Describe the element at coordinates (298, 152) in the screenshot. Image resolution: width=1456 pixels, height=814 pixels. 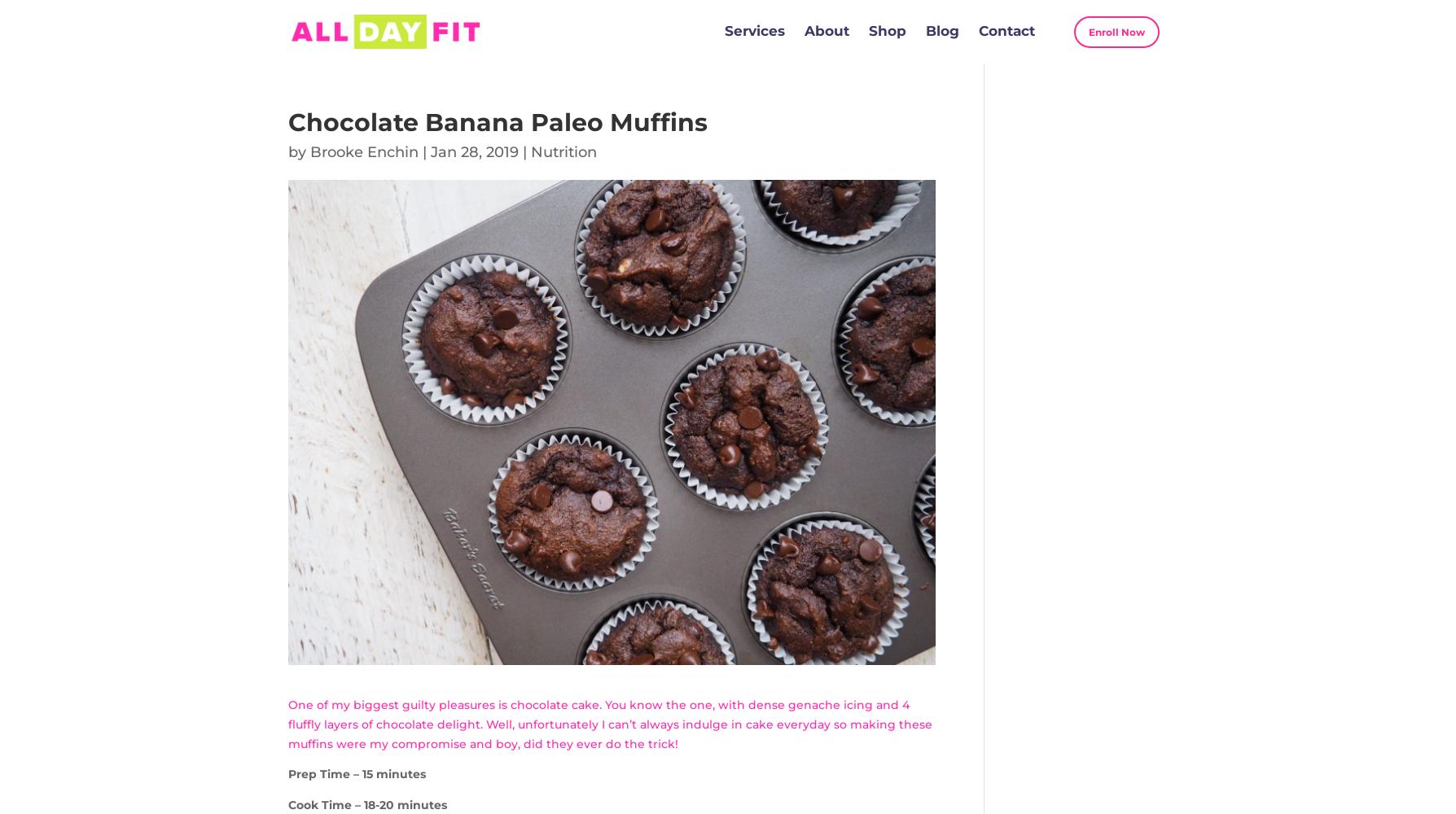
I see `'by'` at that location.